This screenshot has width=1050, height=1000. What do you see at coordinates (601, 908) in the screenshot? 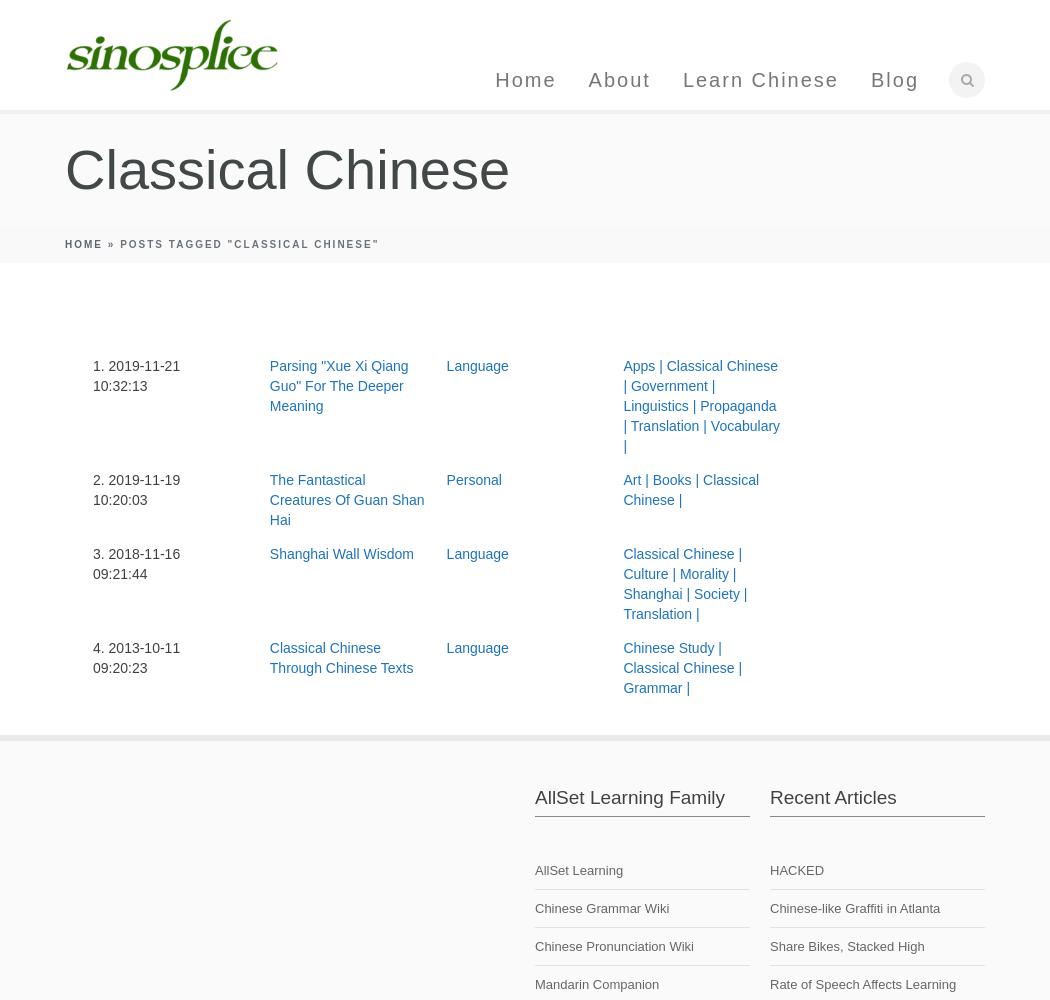
I see `'Chinese Grammar Wiki'` at bounding box center [601, 908].